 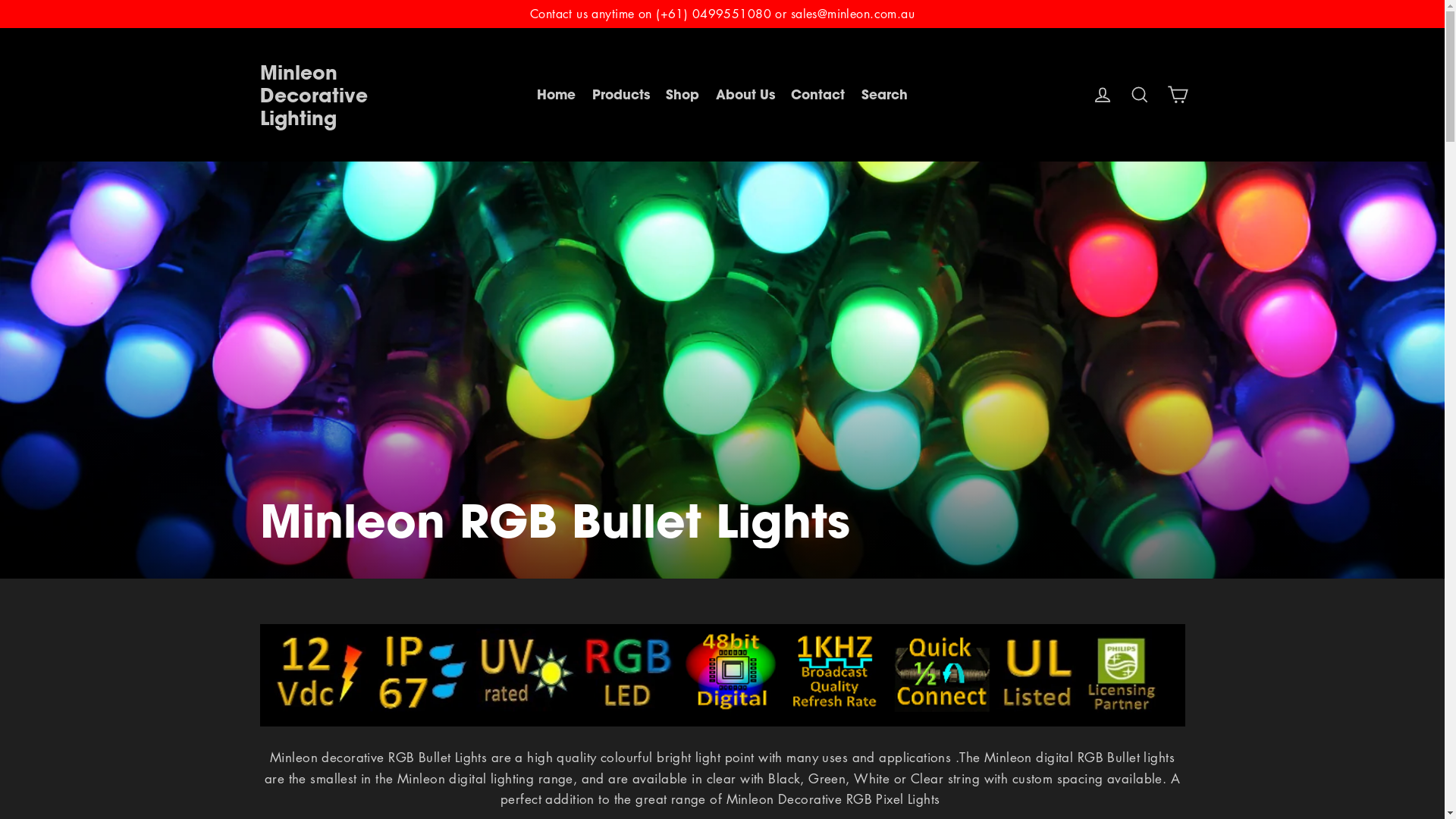 What do you see at coordinates (745, 94) in the screenshot?
I see `'About Us'` at bounding box center [745, 94].